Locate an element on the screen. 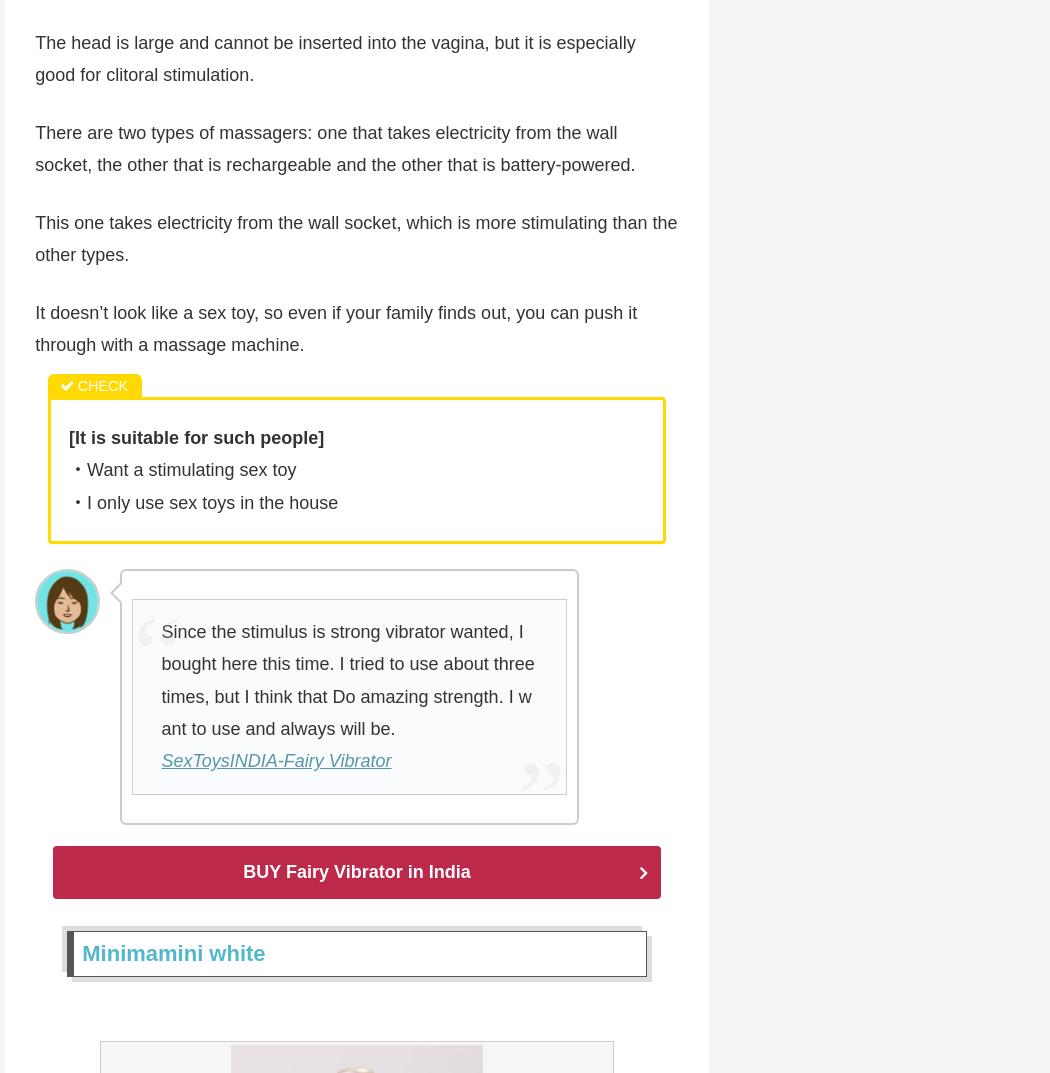 This screenshot has height=1073, width=1050. 'BUY Fairy Vibrator in India' is located at coordinates (355, 872).